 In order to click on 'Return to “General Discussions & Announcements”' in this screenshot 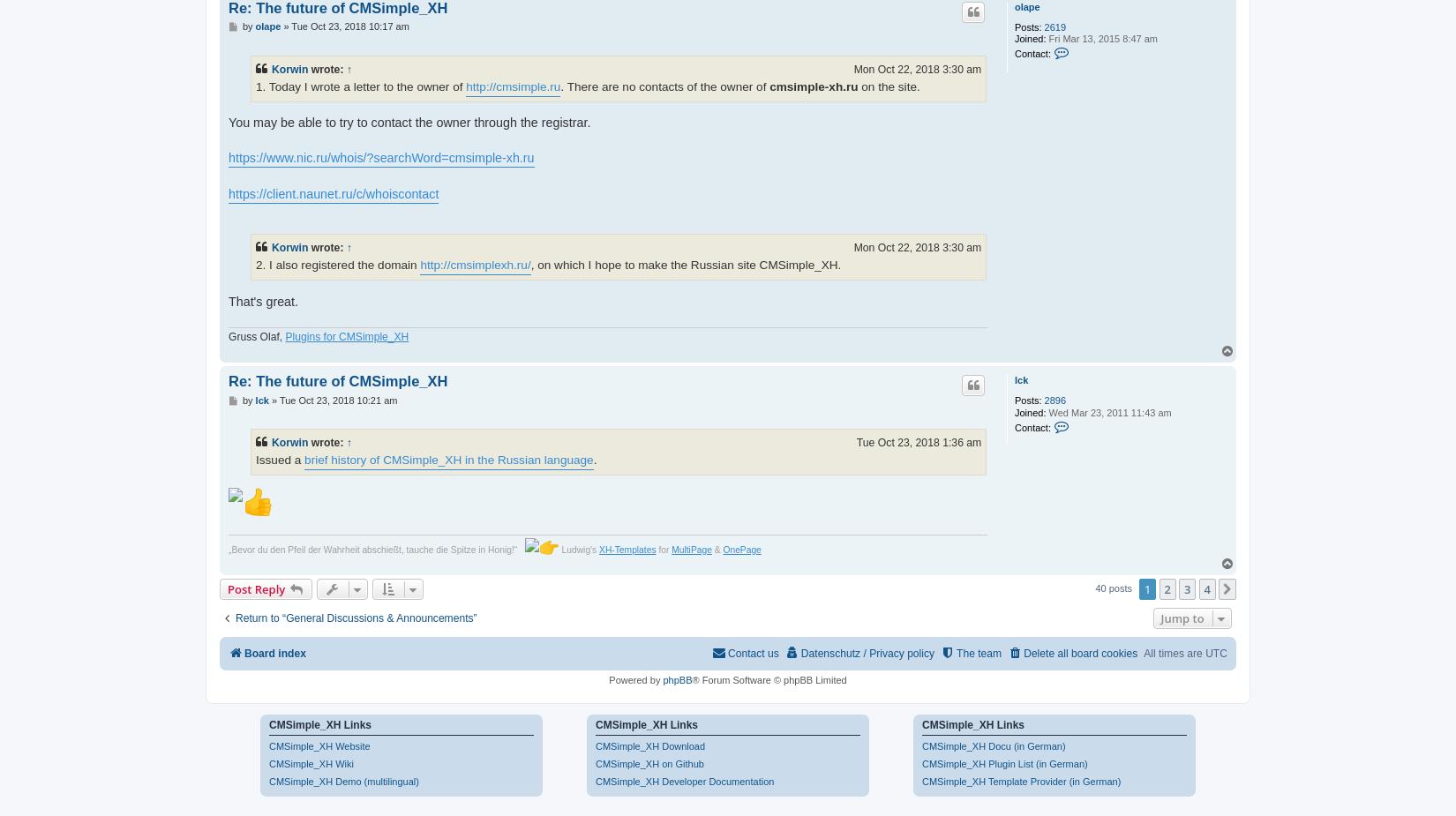, I will do `click(356, 618)`.